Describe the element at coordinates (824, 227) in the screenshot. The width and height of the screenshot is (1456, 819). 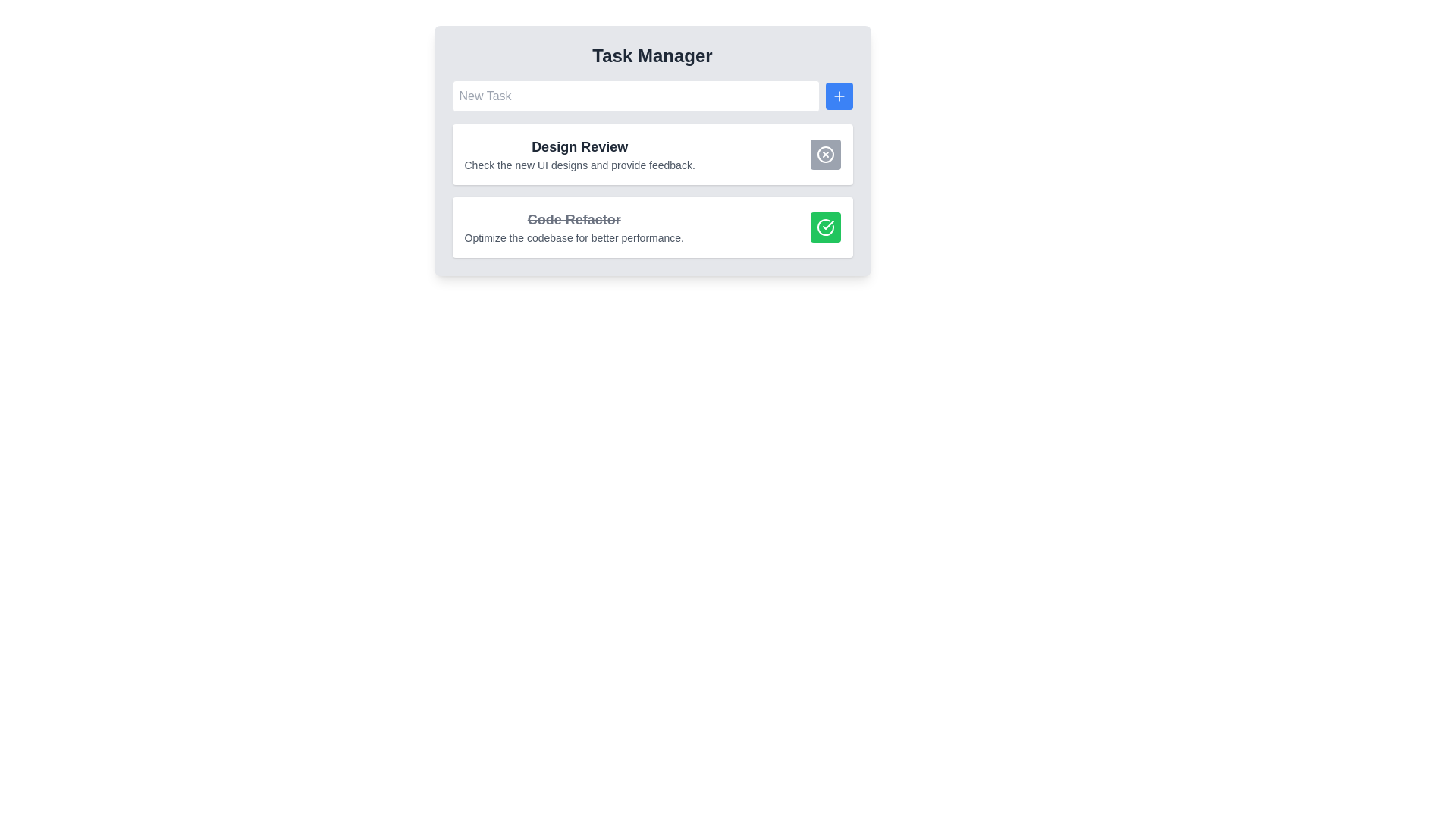
I see `the white circular icon with a green background featuring a checkmark design, which is centrally positioned within its green rounded button located to the right of the 'Code Refactor' text` at that location.